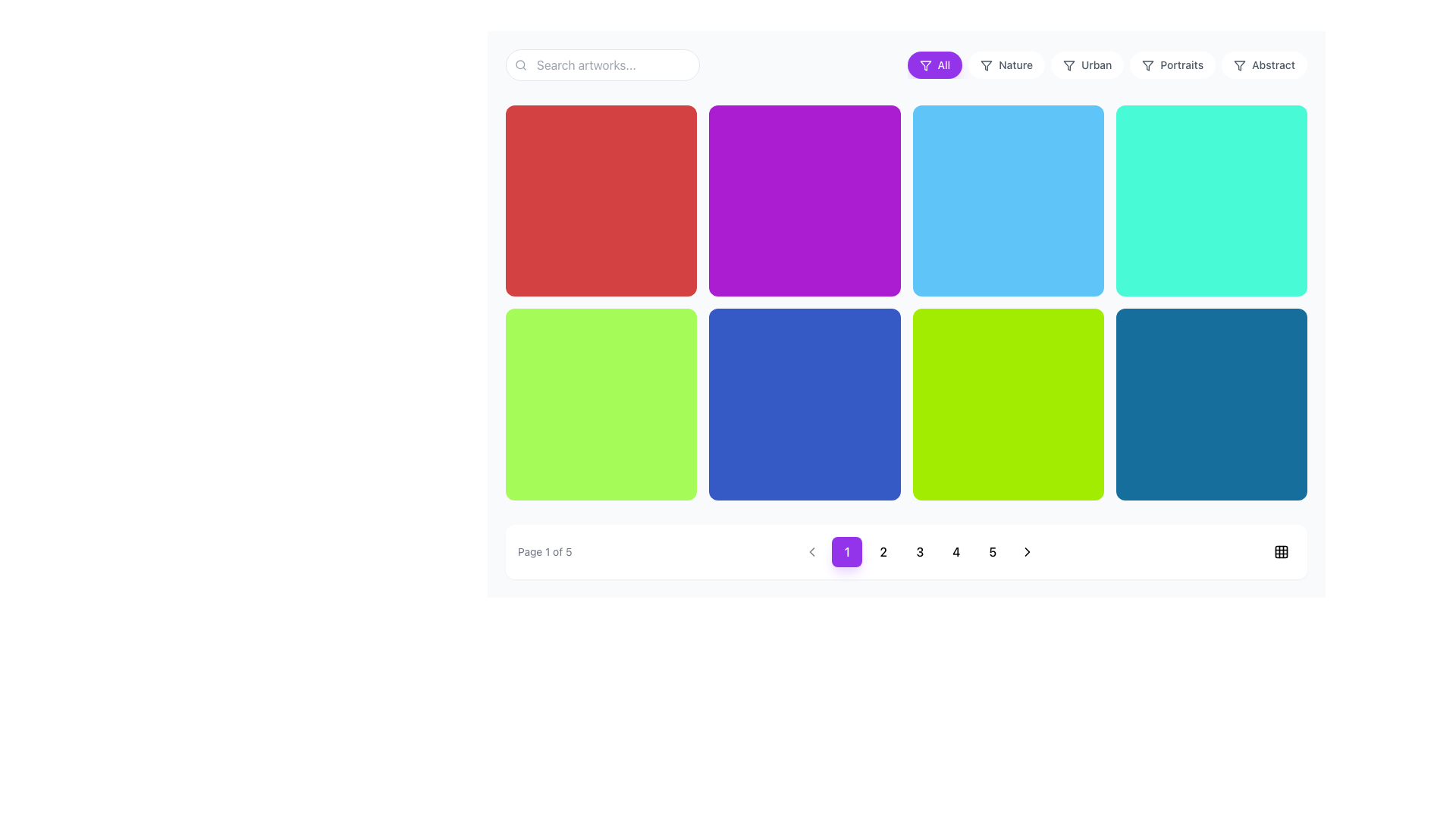 This screenshot has height=819, width=1456. Describe the element at coordinates (1240, 65) in the screenshot. I see `the small, triangular filter icon located in the upper-right section of the toolbar, which represents a filtering function` at that location.